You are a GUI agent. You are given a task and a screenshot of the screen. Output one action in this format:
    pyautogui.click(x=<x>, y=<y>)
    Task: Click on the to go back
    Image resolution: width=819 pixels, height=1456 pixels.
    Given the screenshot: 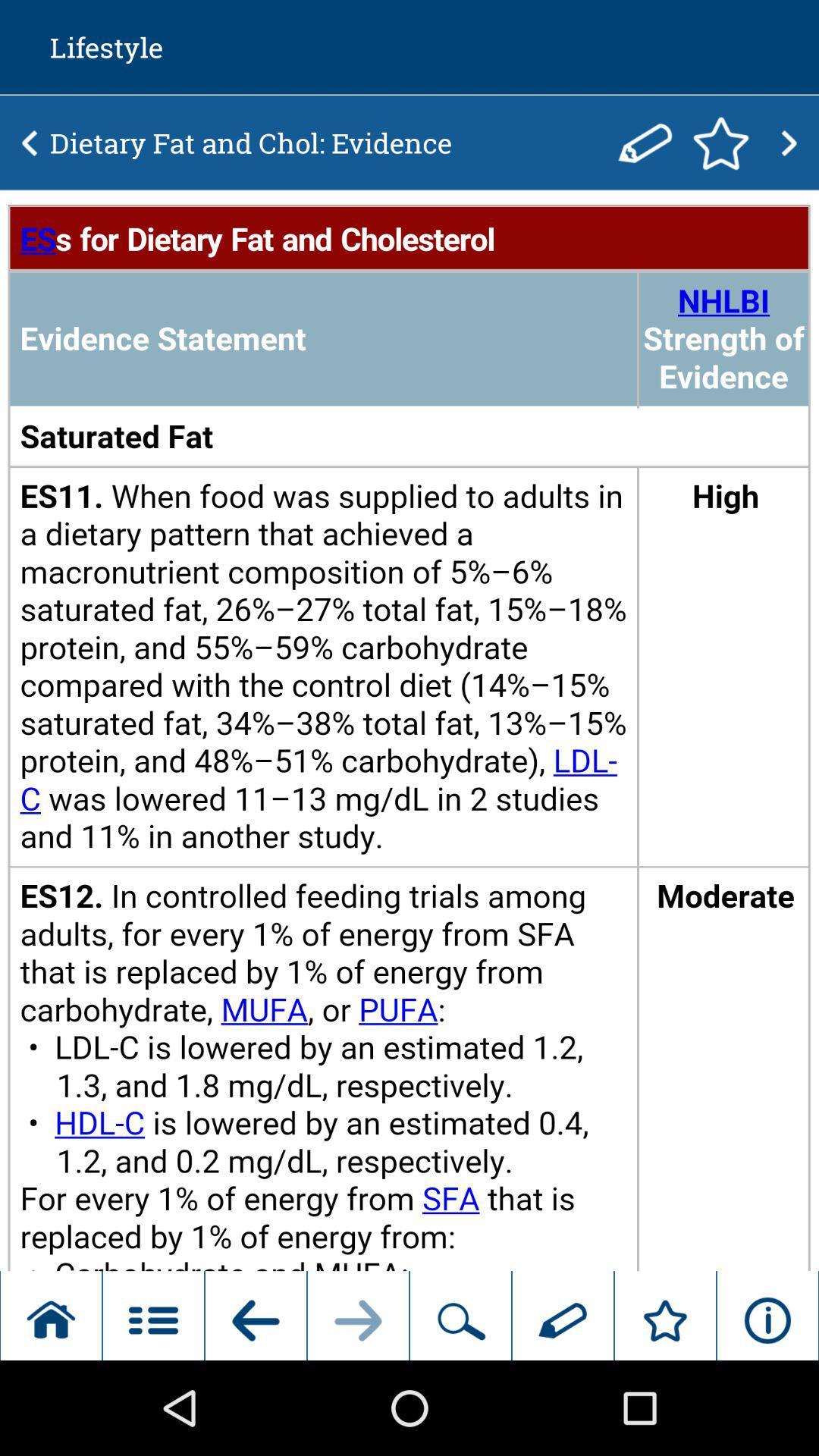 What is the action you would take?
    pyautogui.click(x=30, y=143)
    